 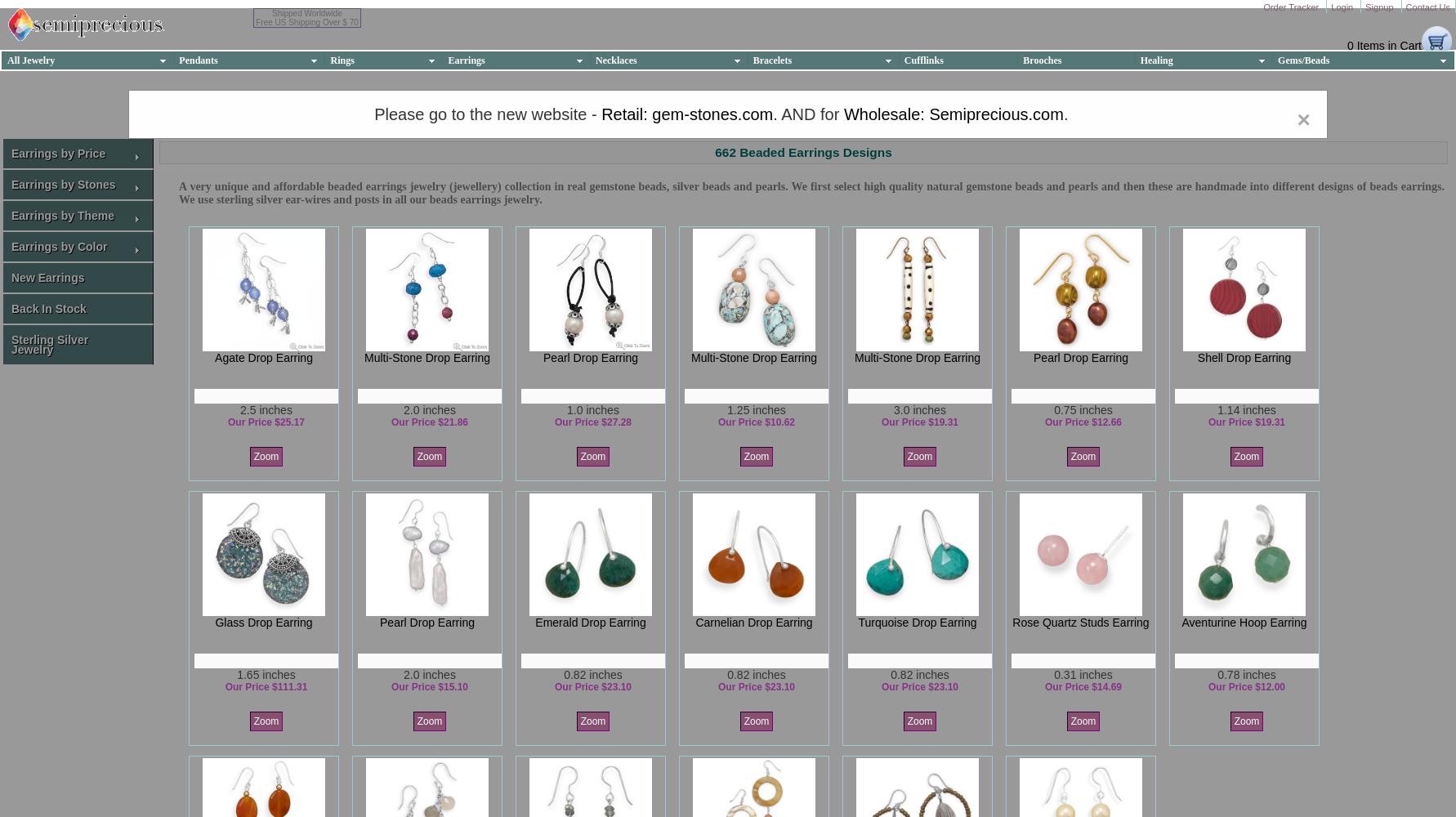 What do you see at coordinates (1155, 59) in the screenshot?
I see `'Healing'` at bounding box center [1155, 59].